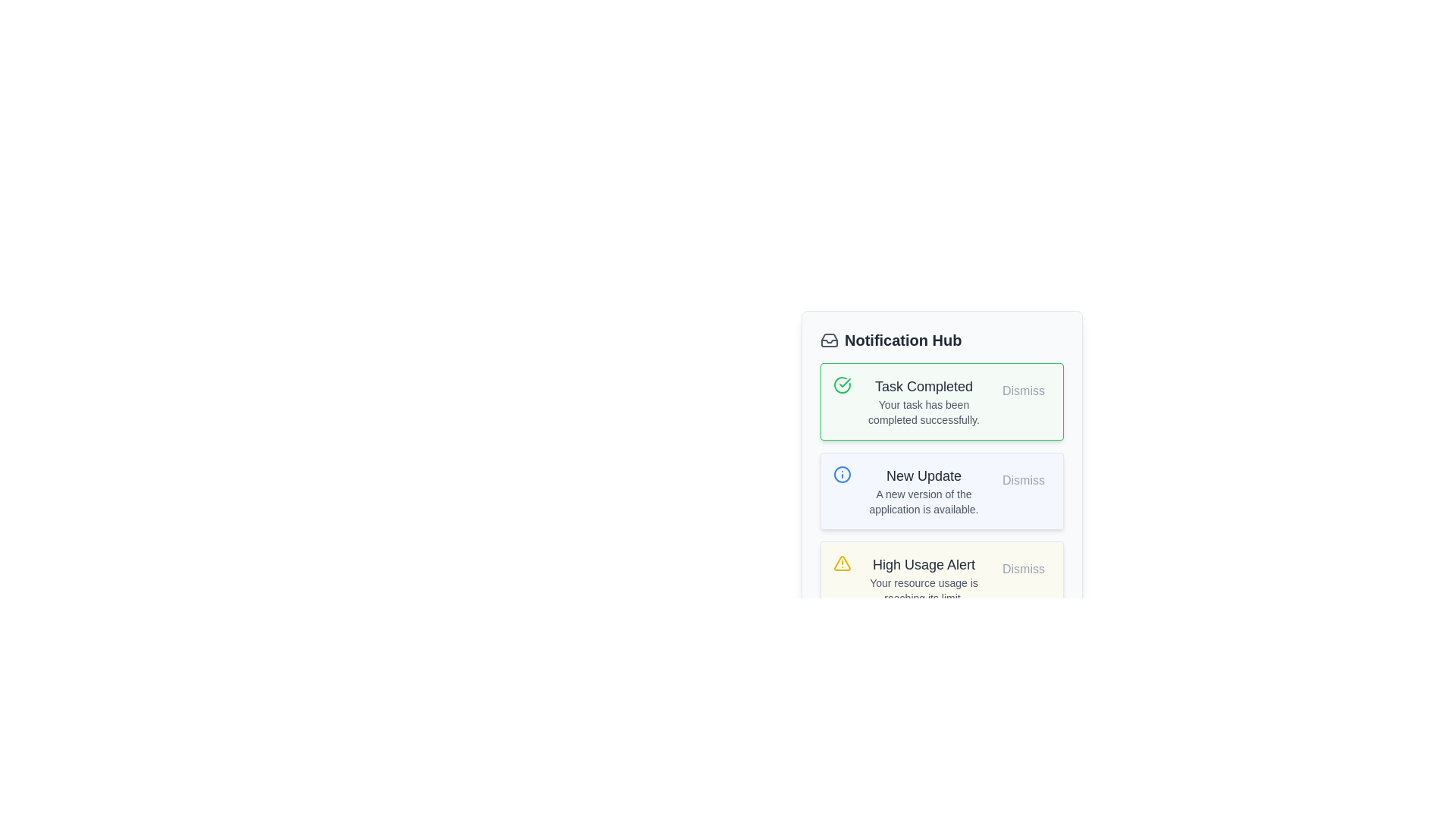 The height and width of the screenshot is (819, 1456). I want to click on the static text that indicates 'A new version of the application is available,' which is located beneath the title 'New Update' within the notification card, so click(923, 502).